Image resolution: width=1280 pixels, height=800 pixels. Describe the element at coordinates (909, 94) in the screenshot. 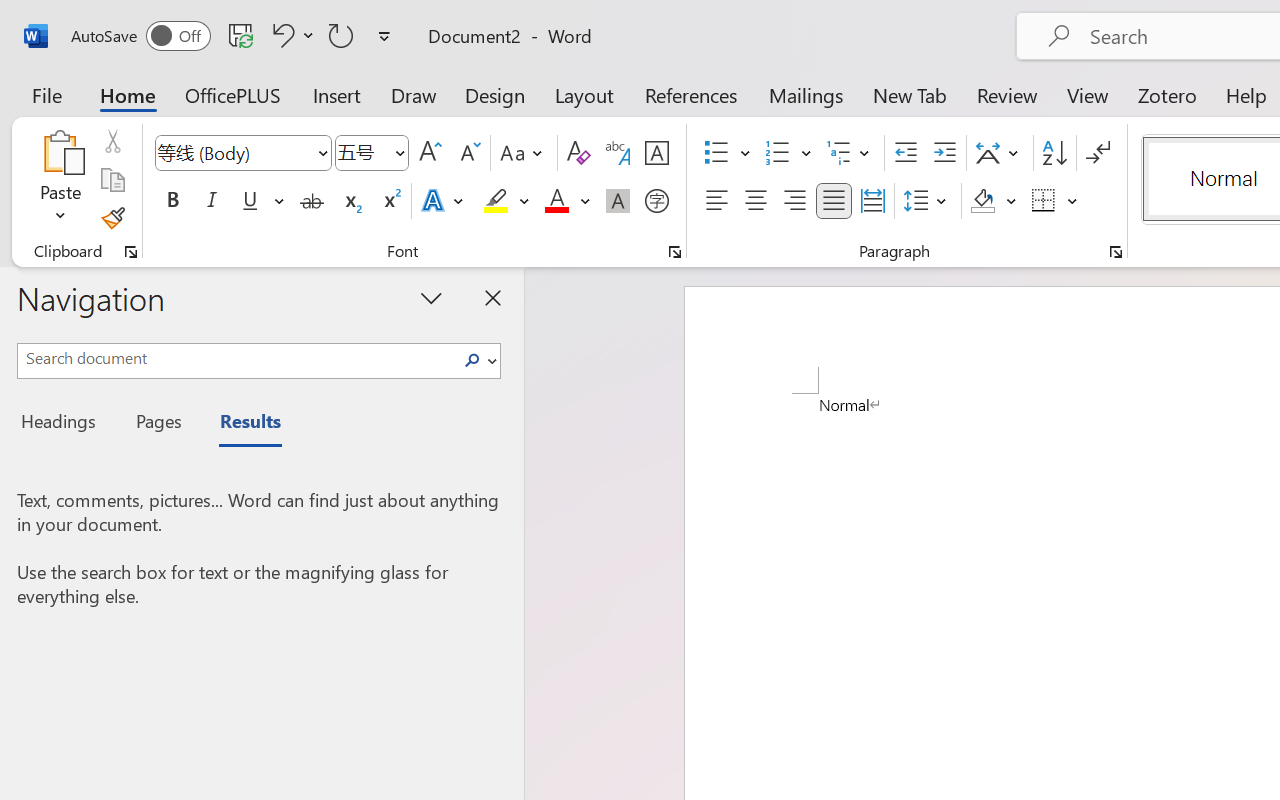

I see `'New Tab'` at that location.